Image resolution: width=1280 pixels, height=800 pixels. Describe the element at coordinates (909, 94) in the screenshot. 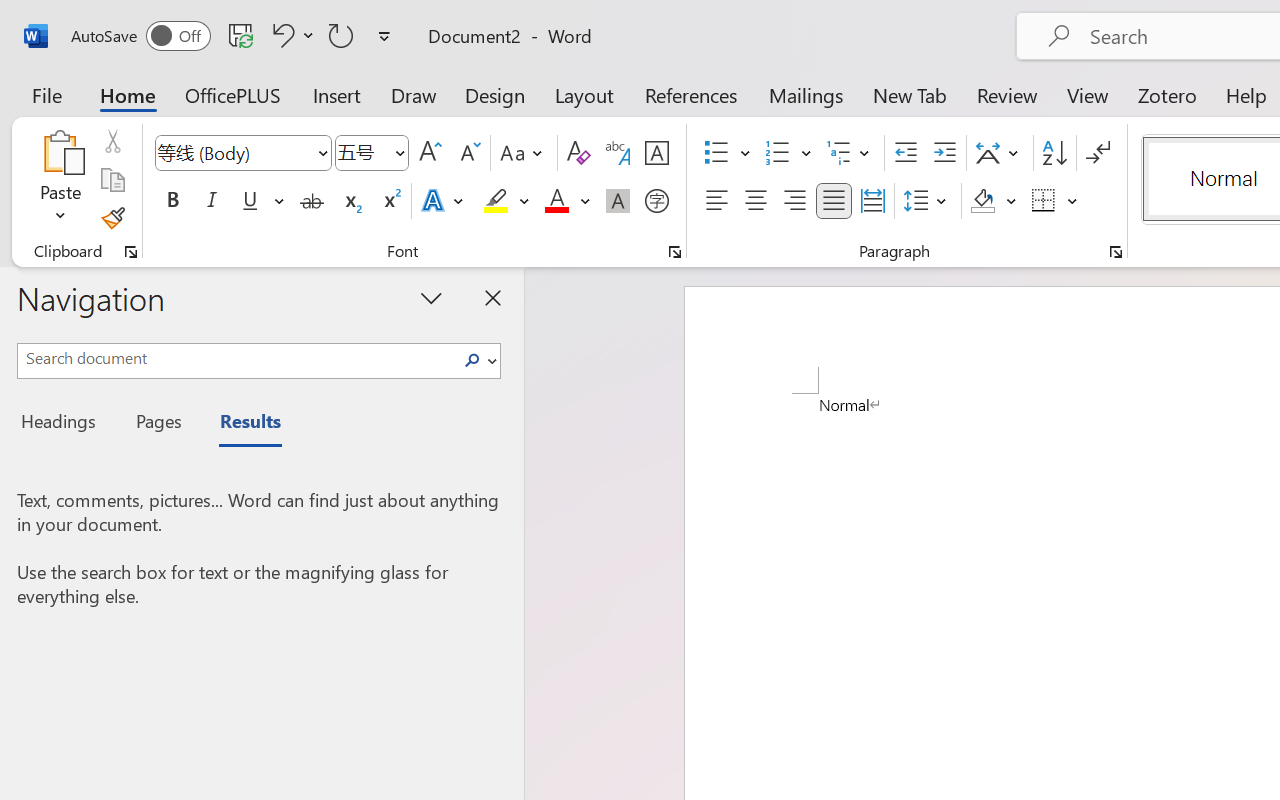

I see `'New Tab'` at that location.